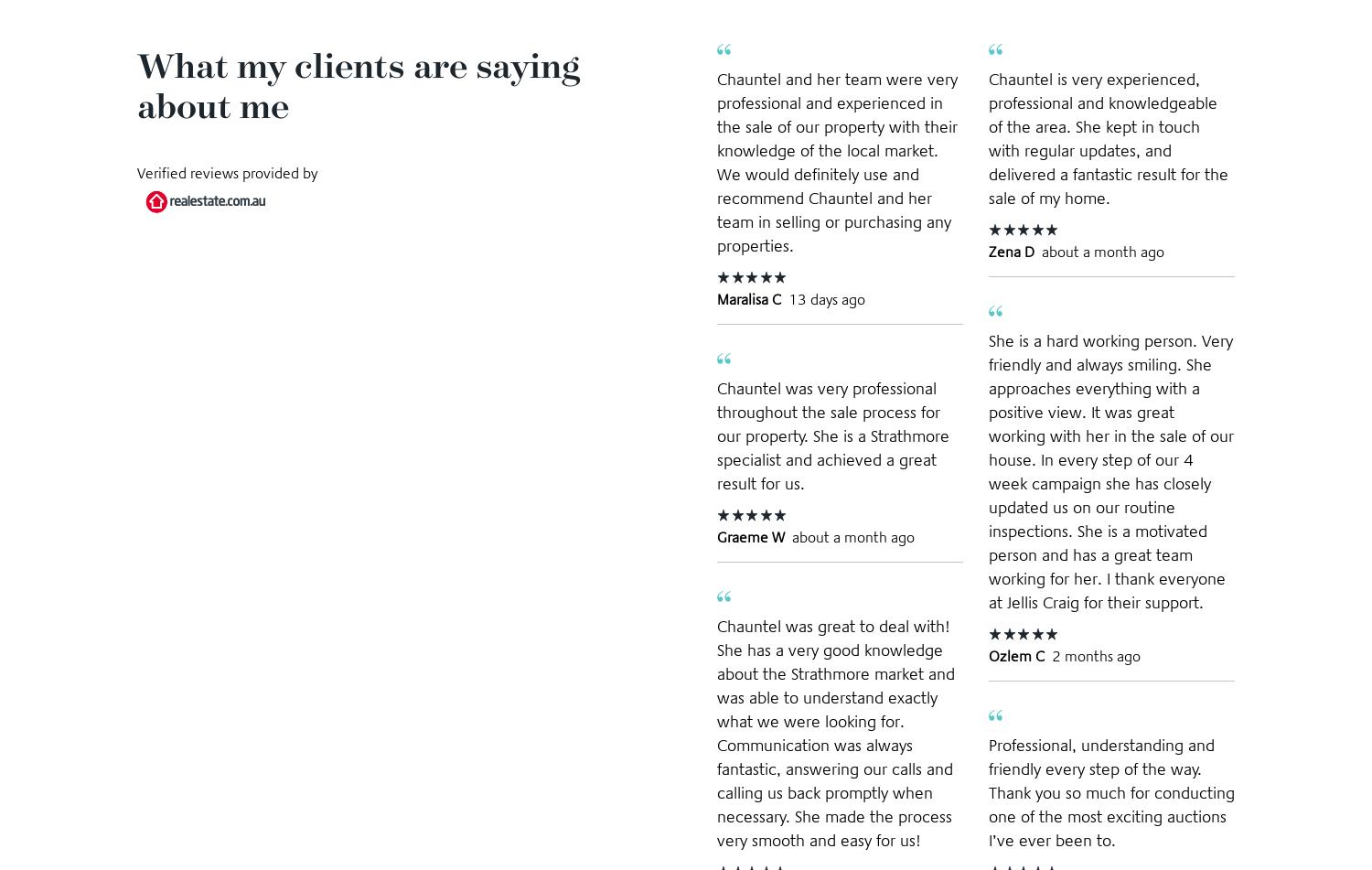 Image resolution: width=1372 pixels, height=870 pixels. I want to click on '13 days ago', so click(827, 298).